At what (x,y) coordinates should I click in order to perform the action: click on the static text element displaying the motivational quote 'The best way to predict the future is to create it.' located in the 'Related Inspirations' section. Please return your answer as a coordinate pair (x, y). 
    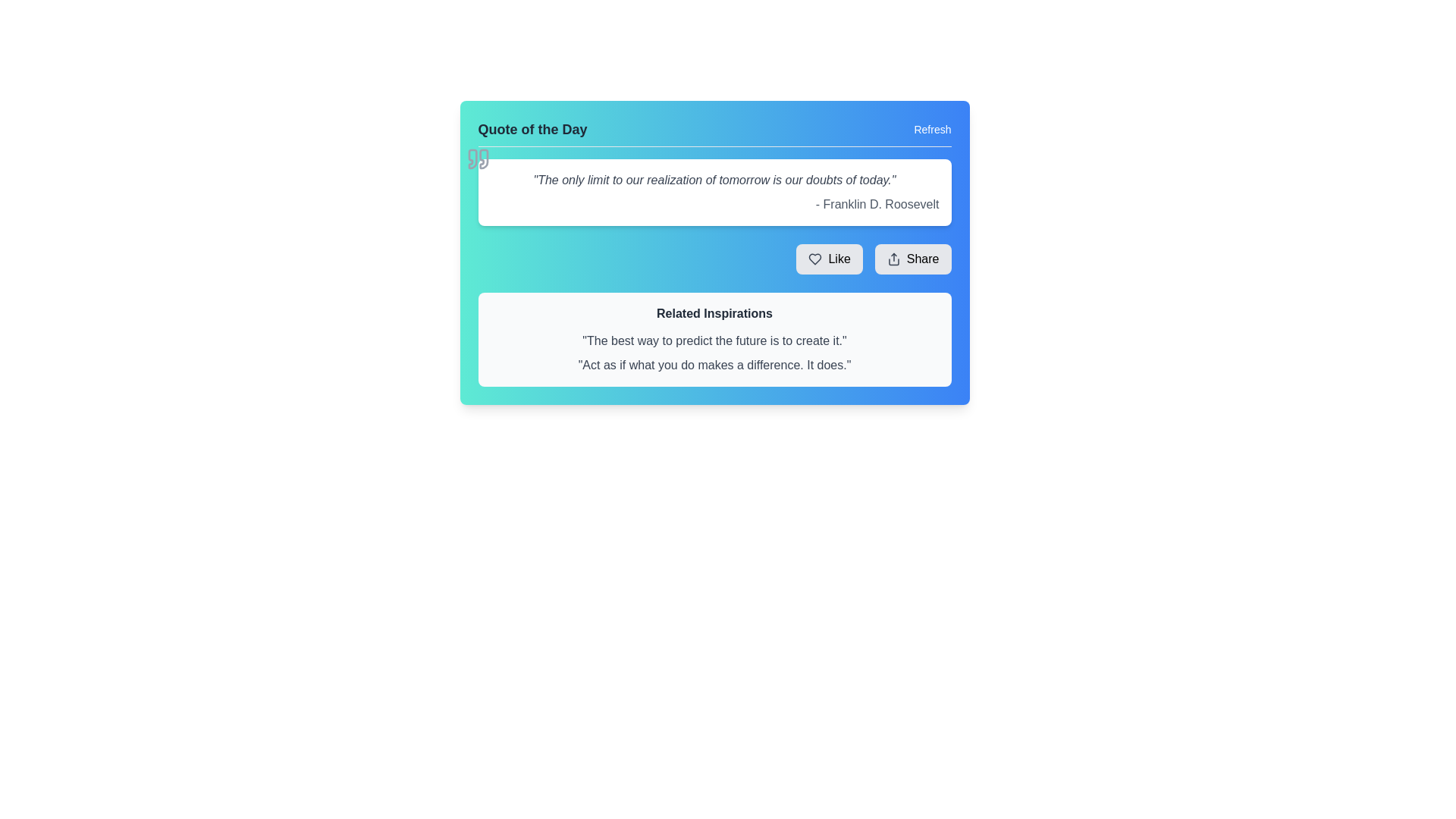
    Looking at the image, I should click on (714, 341).